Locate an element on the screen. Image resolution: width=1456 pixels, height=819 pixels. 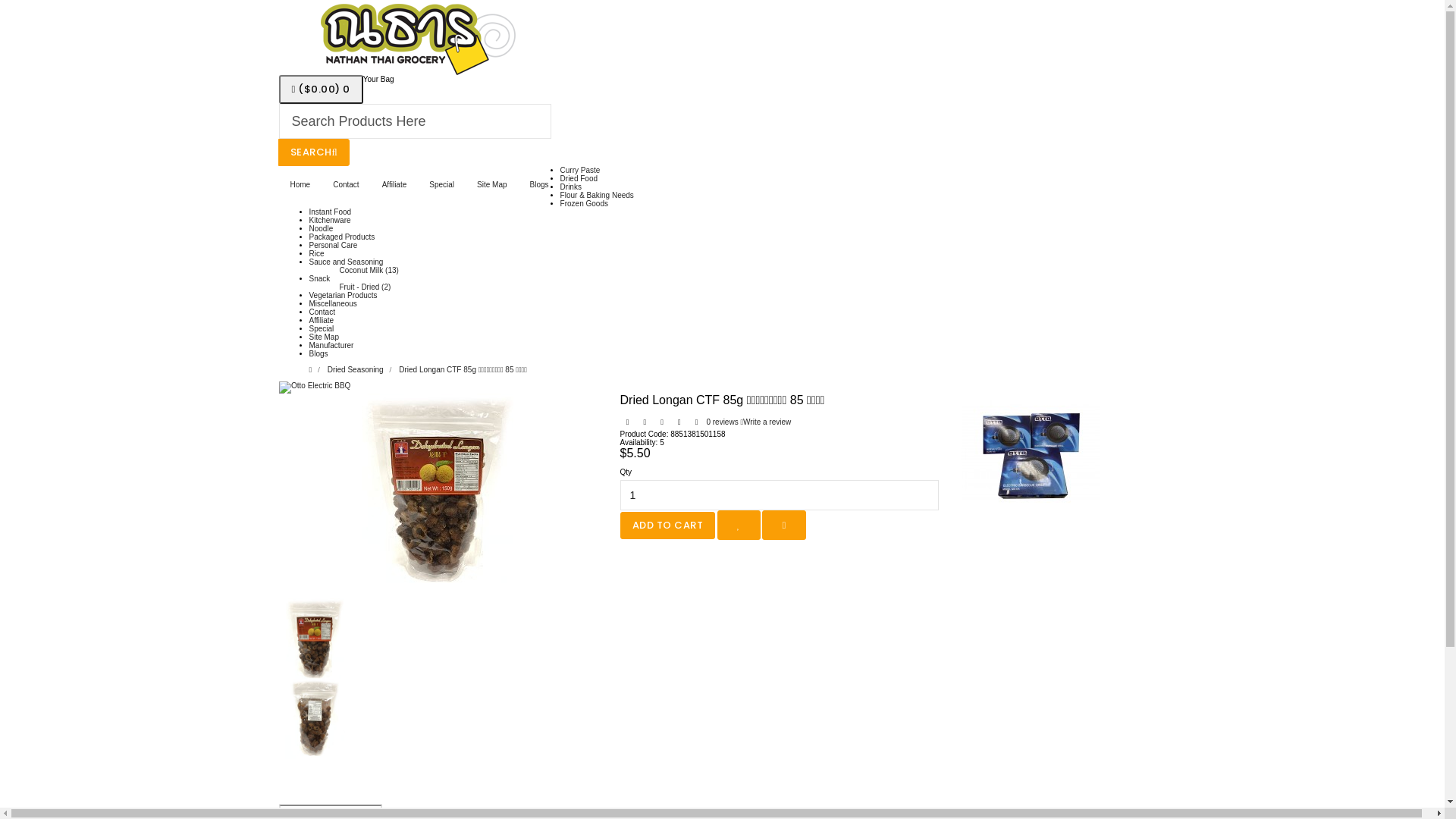
'Flour & Baking Needs' is located at coordinates (560, 194).